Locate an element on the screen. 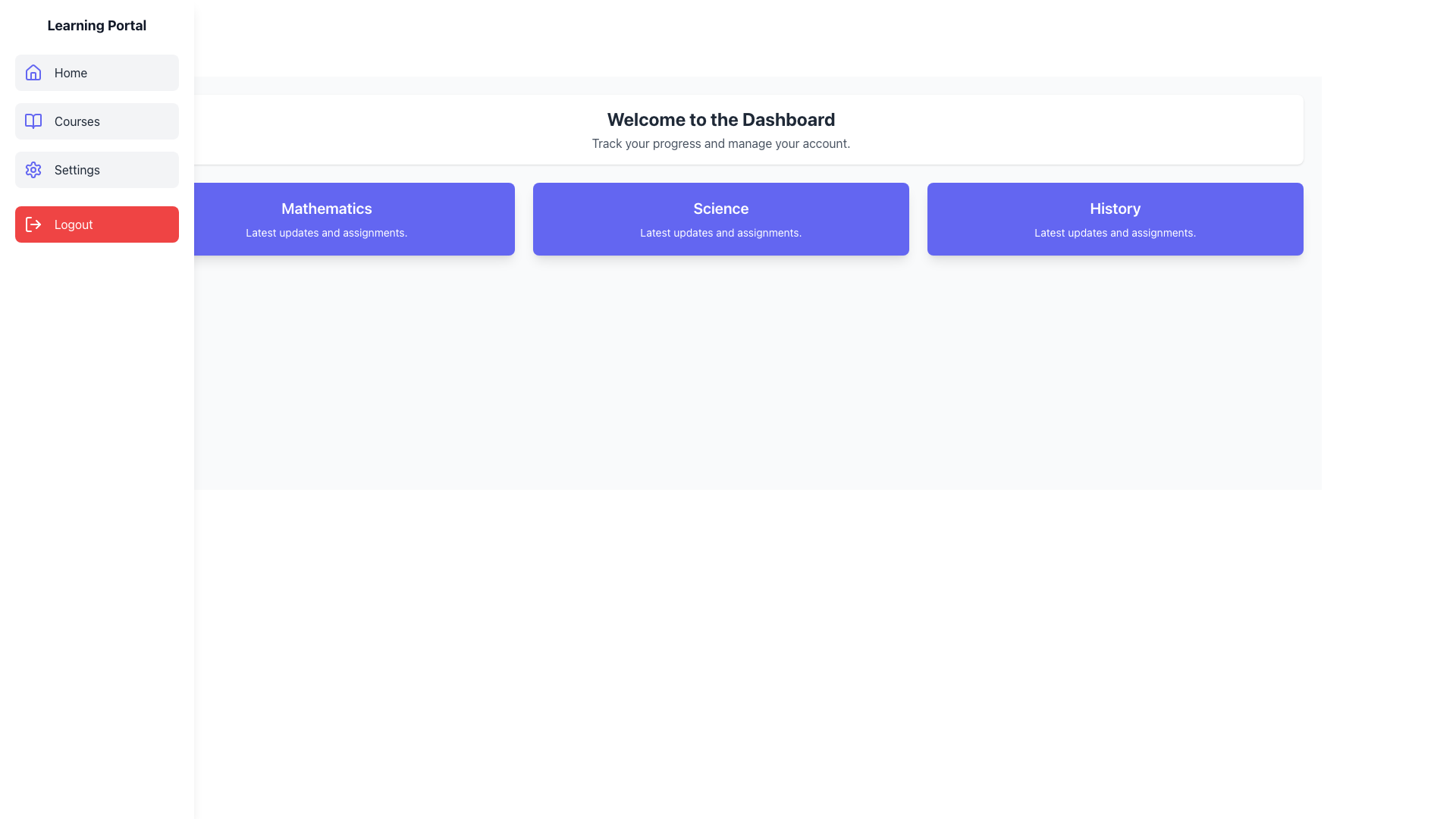  the vertical menu item labeled 'Courses' in the sidebar, which is styled with gray tones and features an open book icon on the left side is located at coordinates (96, 120).